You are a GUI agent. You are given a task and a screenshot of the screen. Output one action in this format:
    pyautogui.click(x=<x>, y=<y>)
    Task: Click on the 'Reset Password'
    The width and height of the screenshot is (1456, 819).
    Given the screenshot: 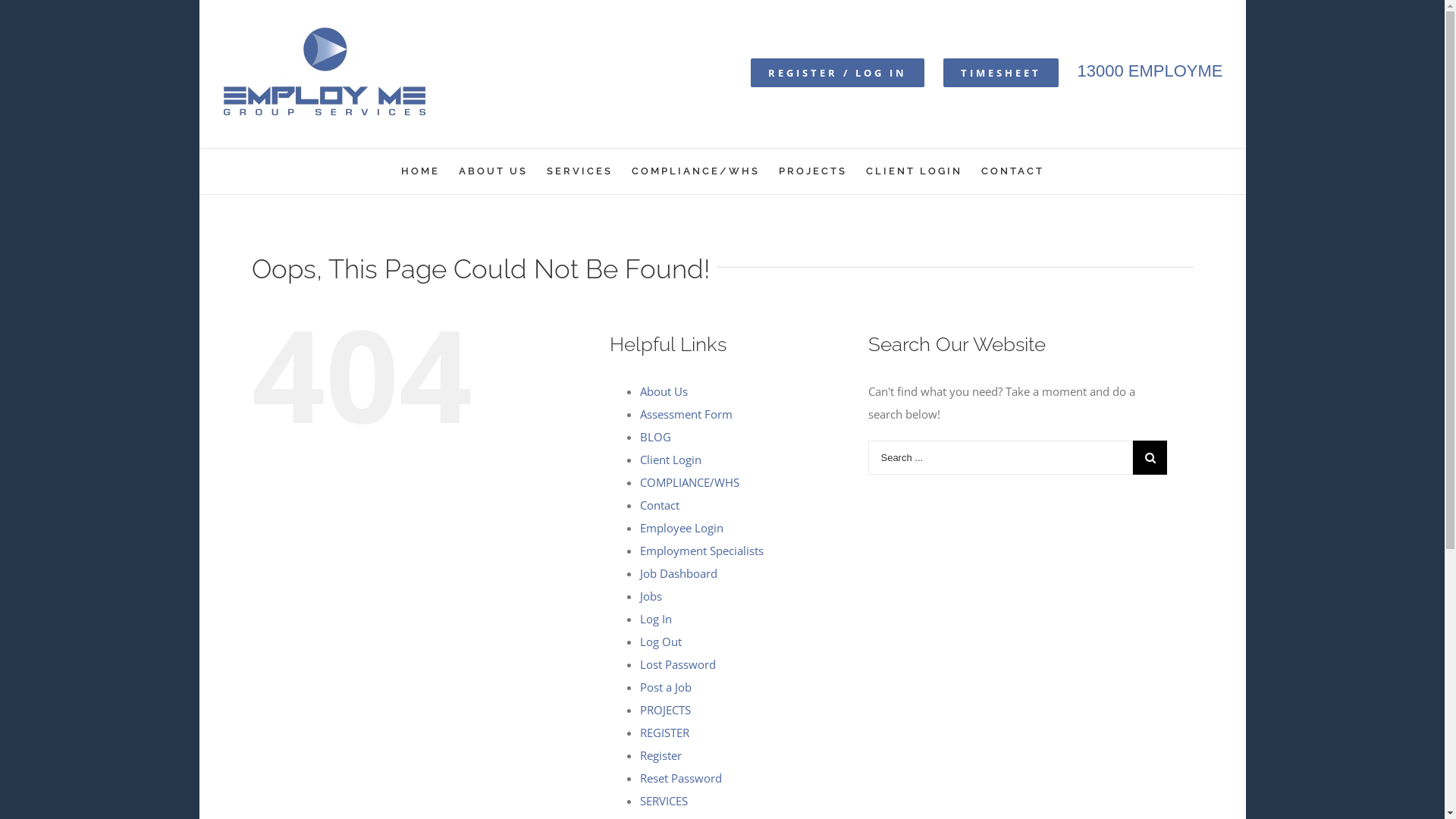 What is the action you would take?
    pyautogui.click(x=679, y=778)
    